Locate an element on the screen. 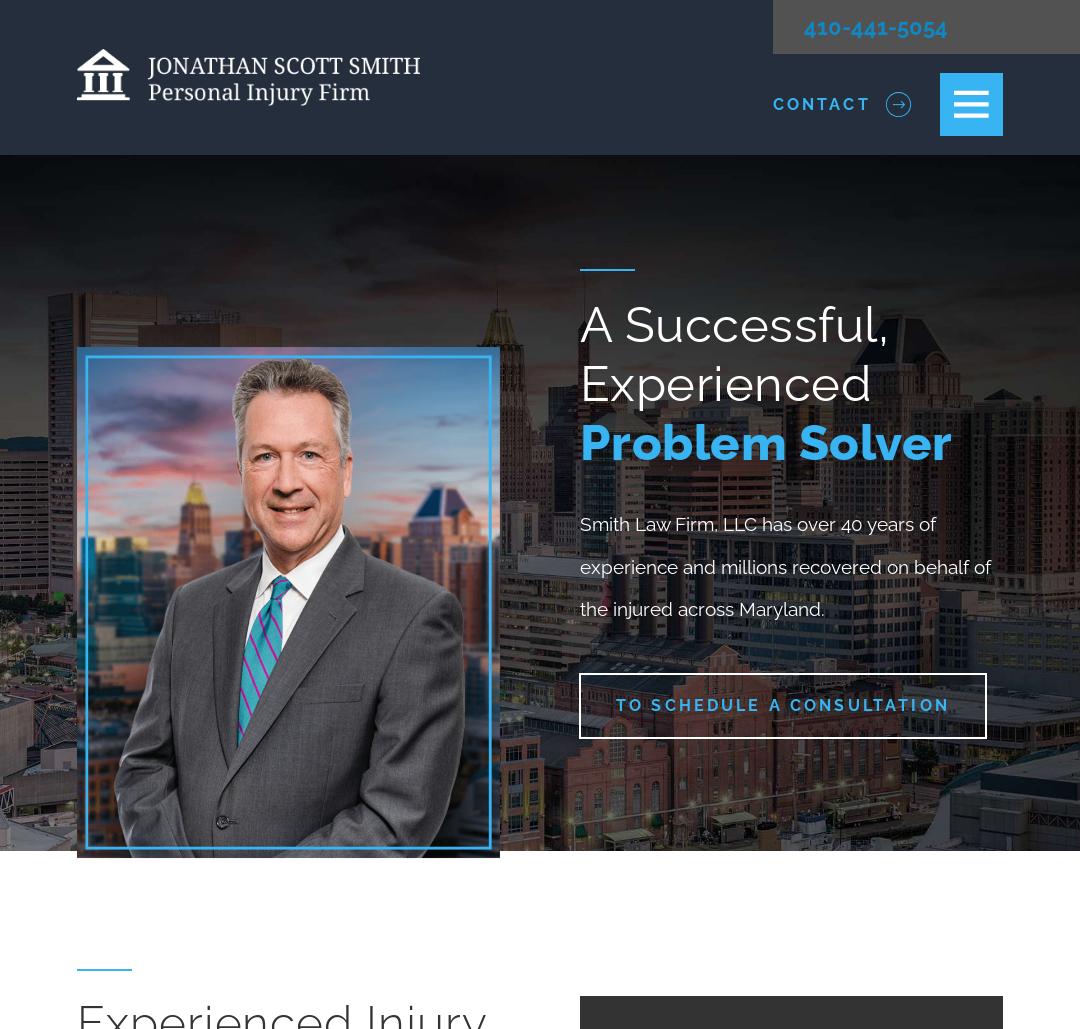  '12/24/22' is located at coordinates (654, 872).